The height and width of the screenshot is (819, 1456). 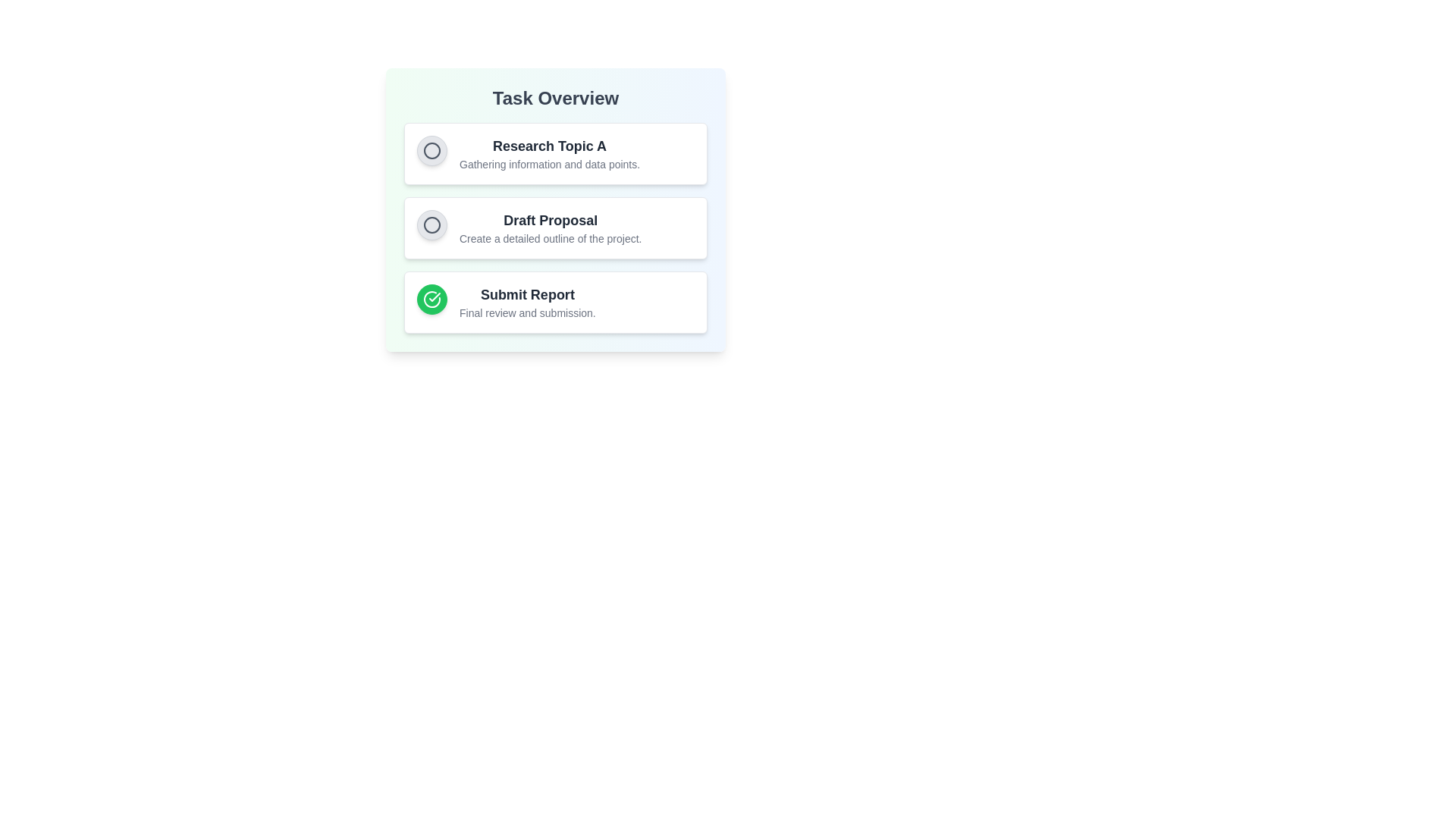 What do you see at coordinates (550, 239) in the screenshot?
I see `the text element providing additional context for the task 'Draft Proposal', located below the heading 'Draft Proposal' in the task overview panel` at bounding box center [550, 239].